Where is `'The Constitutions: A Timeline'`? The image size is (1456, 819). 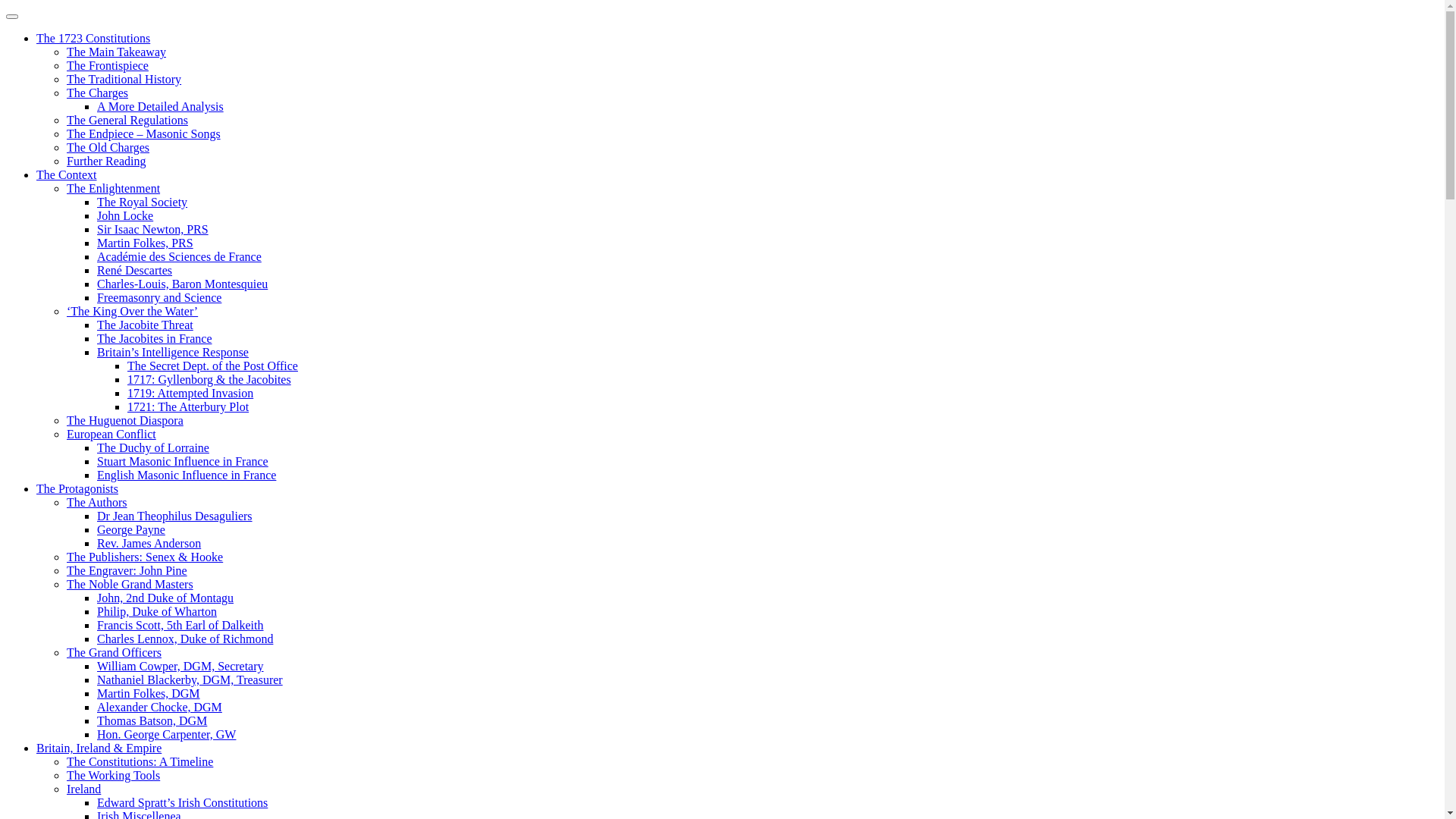
'The Constitutions: A Timeline' is located at coordinates (140, 761).